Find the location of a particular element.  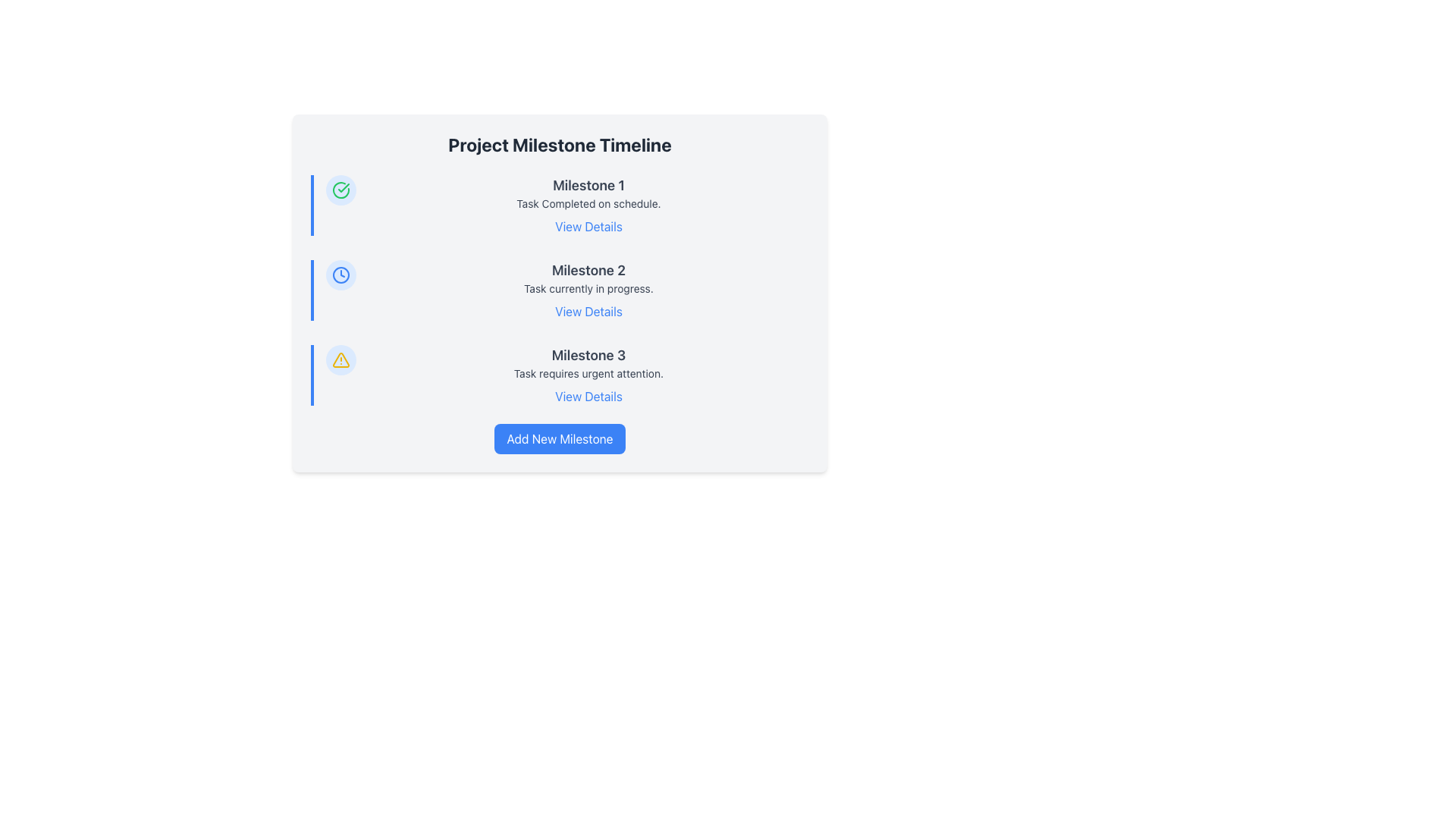

the rectangular blue button labeled 'Add New Milestone' located at the bottom-center of the 'Project Milestone Timeline' content box is located at coordinates (559, 438).